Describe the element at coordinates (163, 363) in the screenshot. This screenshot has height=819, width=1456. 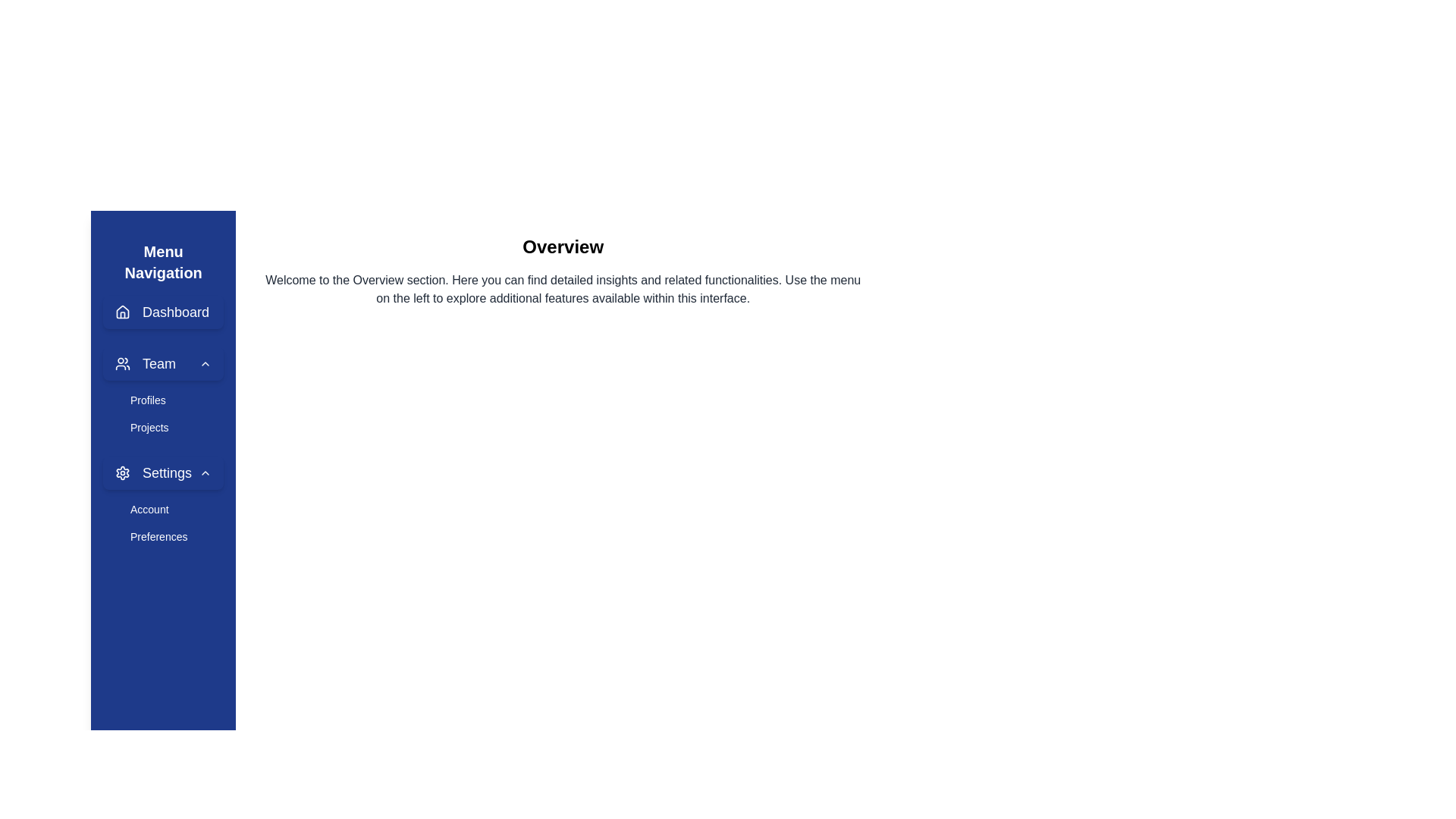
I see `the 'Team' button in the menu navigation bar, which has a rounded design, a user icon on the left, bold text 'Team', and an upward chevron indicating collapsible functionality` at that location.